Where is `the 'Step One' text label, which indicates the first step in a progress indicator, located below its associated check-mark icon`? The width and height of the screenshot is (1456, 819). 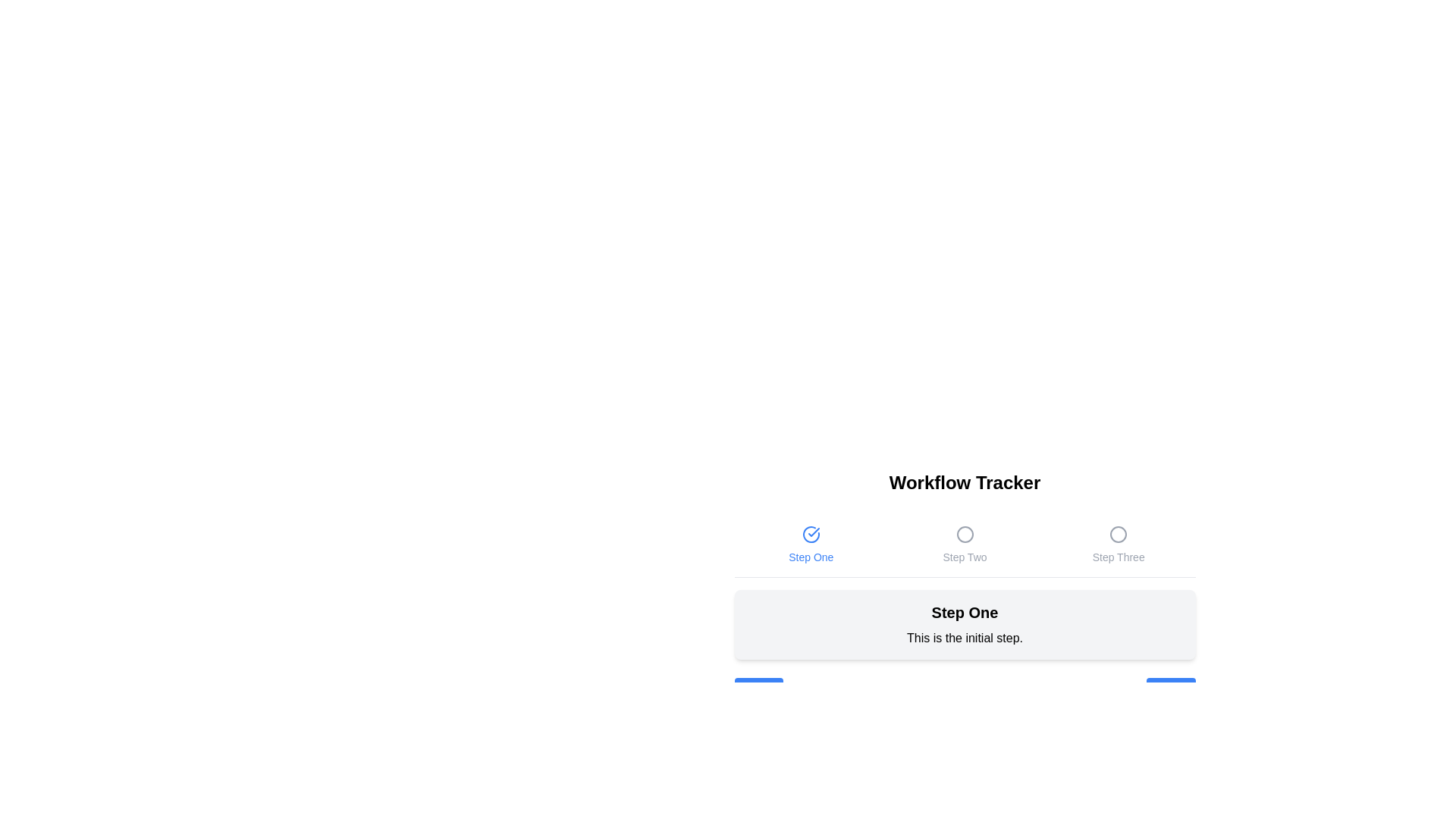
the 'Step One' text label, which indicates the first step in a progress indicator, located below its associated check-mark icon is located at coordinates (810, 557).